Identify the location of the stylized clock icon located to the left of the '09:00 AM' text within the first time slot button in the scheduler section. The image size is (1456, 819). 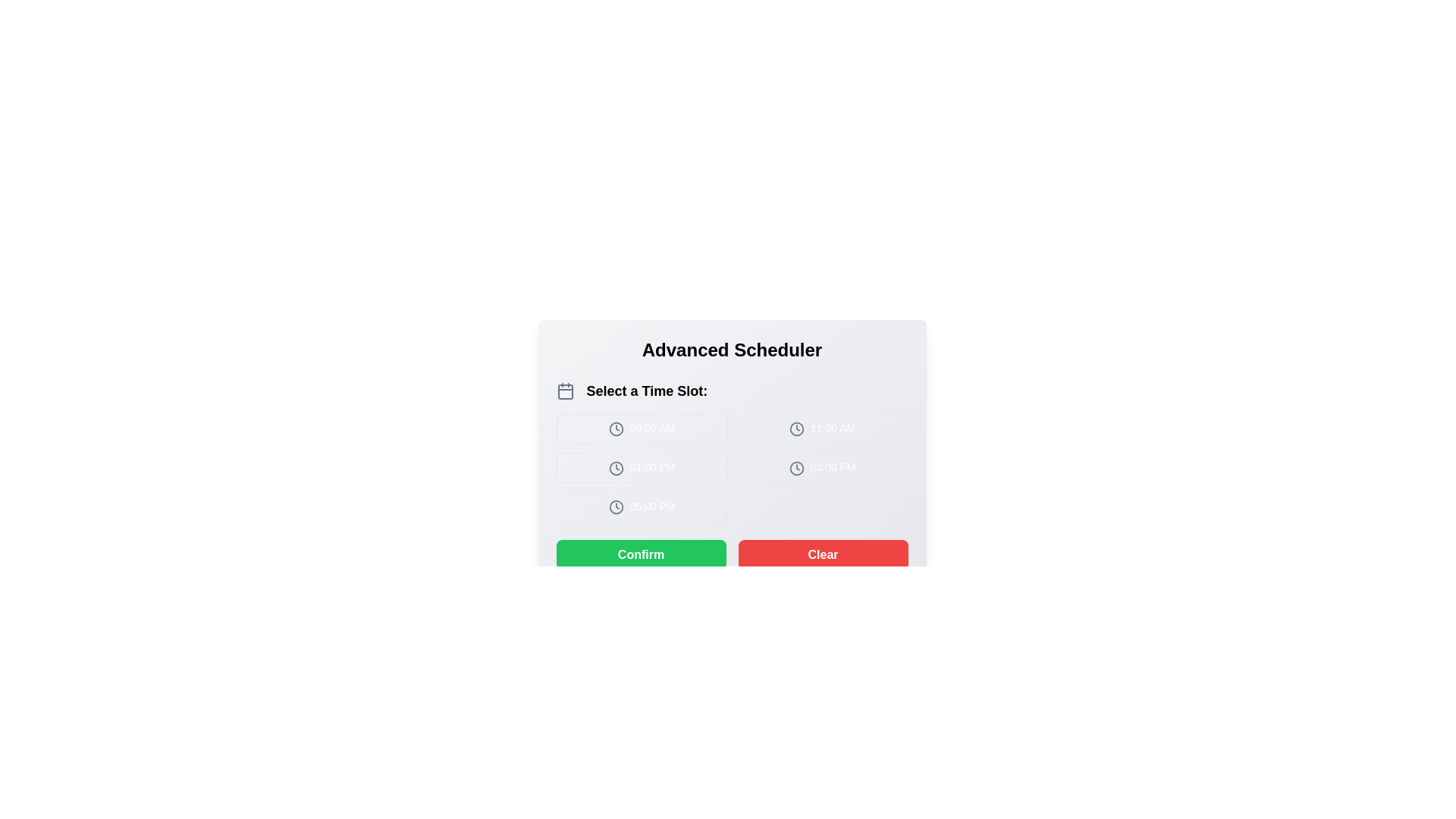
(616, 429).